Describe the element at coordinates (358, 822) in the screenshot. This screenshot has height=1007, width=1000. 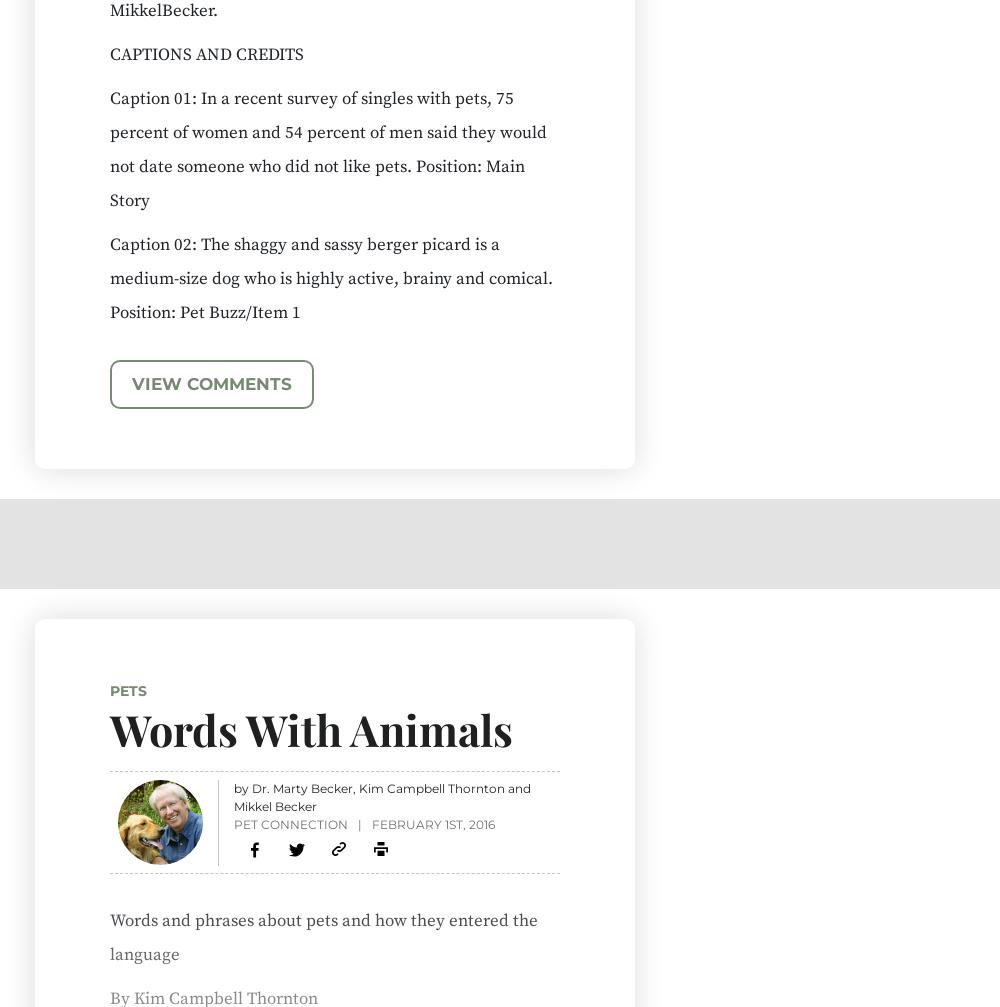
I see `'|'` at that location.